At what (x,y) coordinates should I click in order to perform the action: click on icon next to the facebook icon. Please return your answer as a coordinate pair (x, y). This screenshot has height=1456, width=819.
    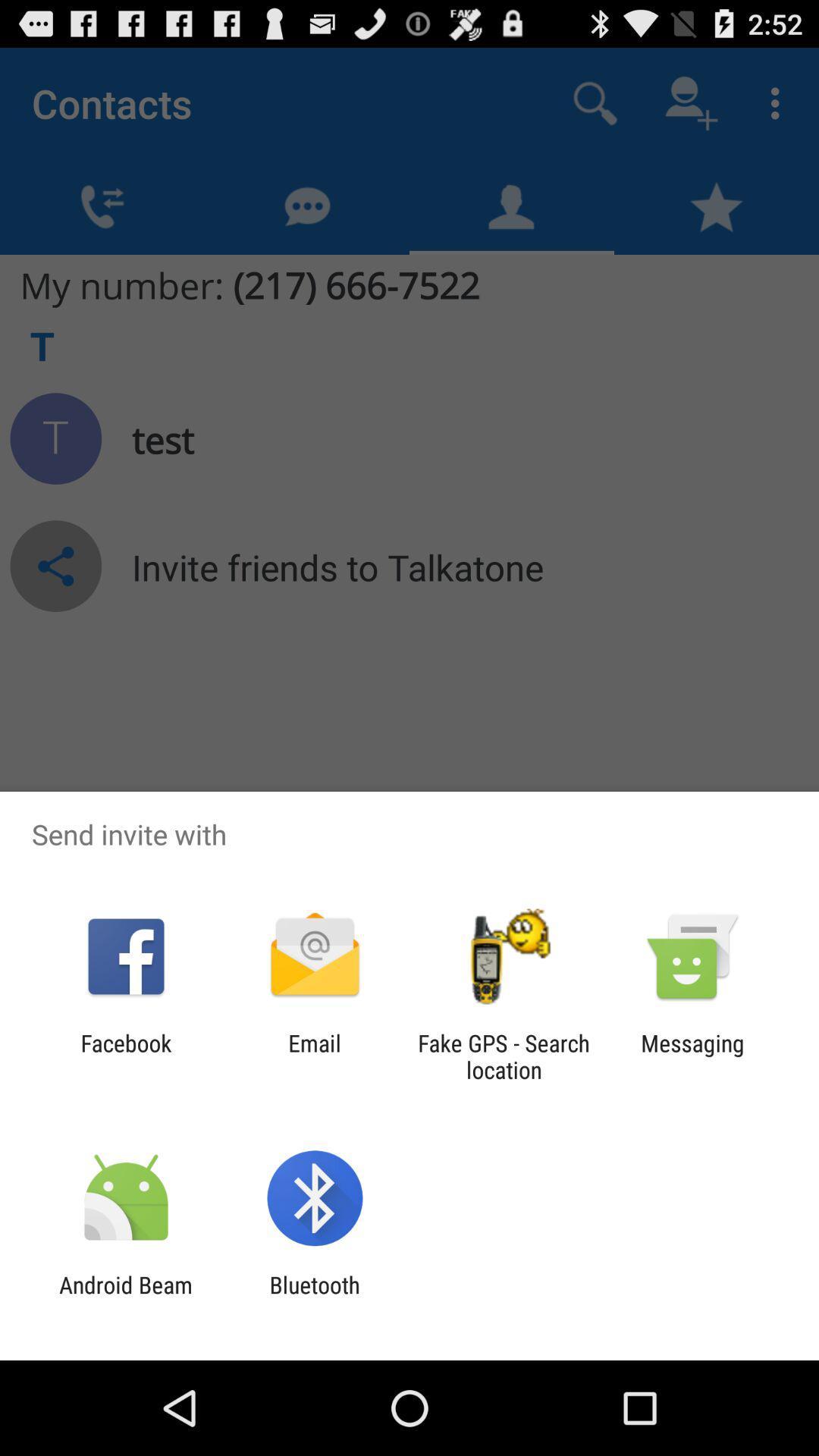
    Looking at the image, I should click on (314, 1056).